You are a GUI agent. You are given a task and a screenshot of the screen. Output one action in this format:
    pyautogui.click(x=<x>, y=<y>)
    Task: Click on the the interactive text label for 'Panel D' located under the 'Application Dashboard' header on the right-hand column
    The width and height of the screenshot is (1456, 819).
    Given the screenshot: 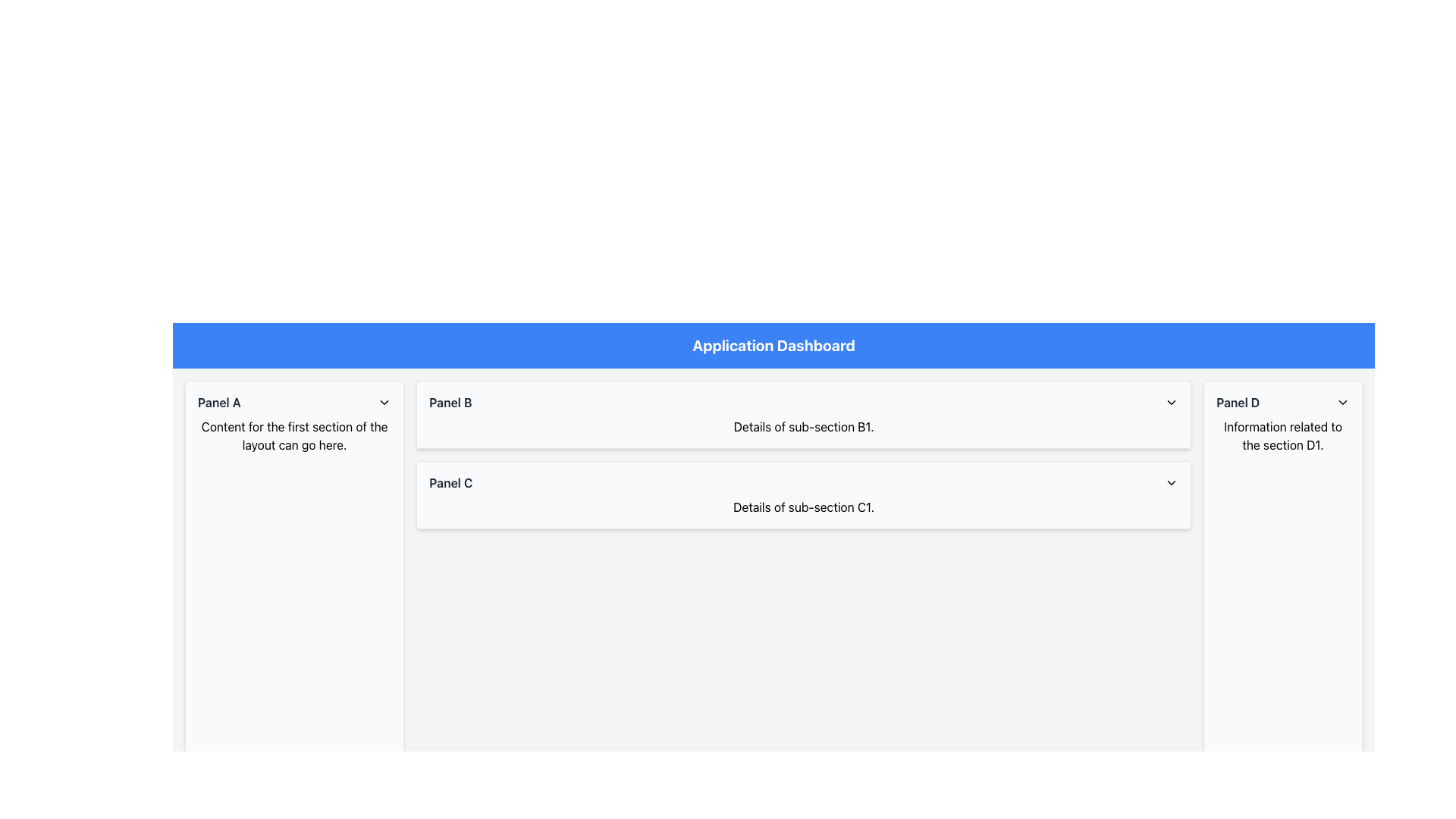 What is the action you would take?
    pyautogui.click(x=1238, y=402)
    